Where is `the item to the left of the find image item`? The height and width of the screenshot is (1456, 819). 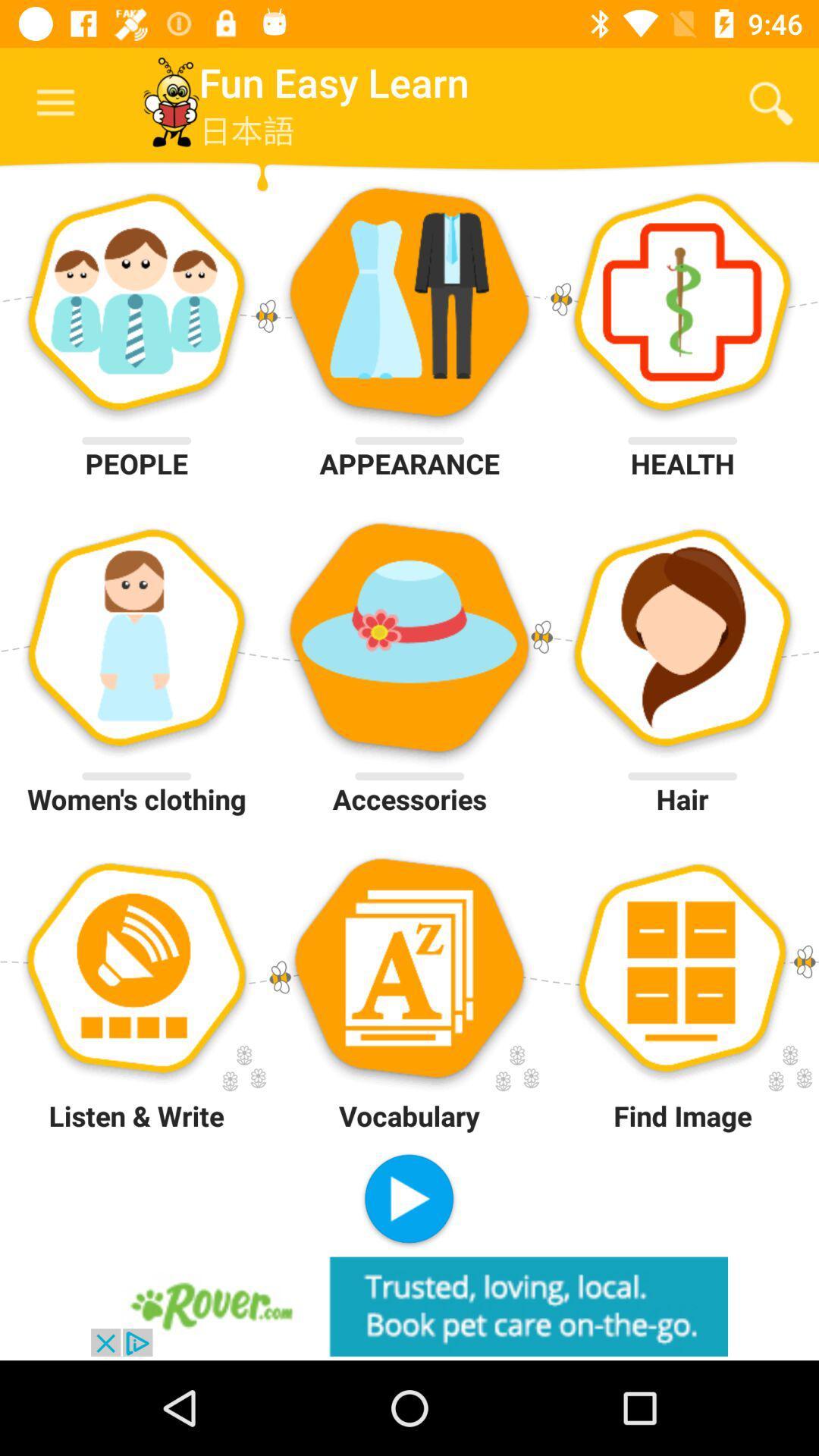 the item to the left of the find image item is located at coordinates (408, 1200).